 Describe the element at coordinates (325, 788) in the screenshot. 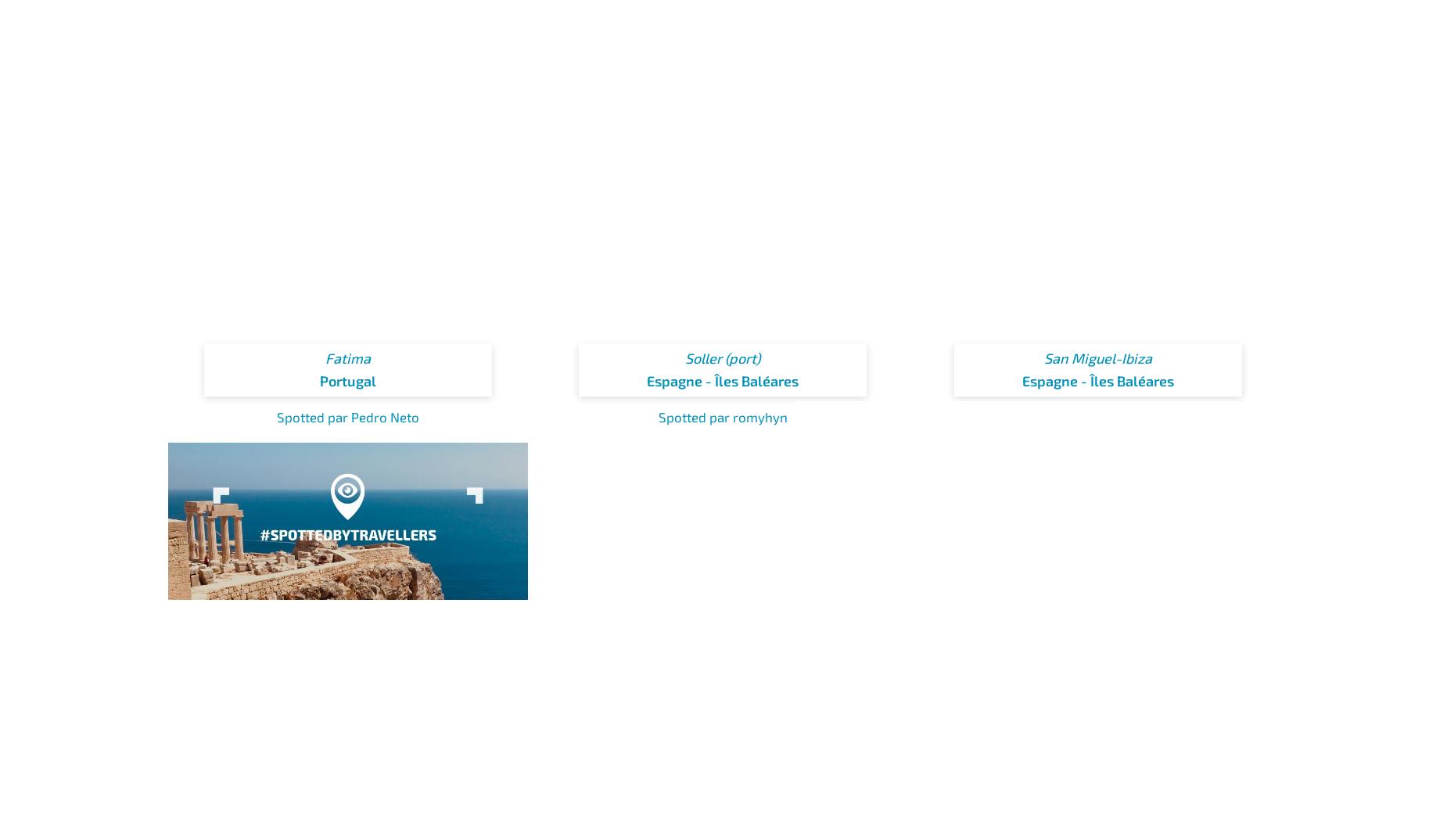

I see `'Lindos'` at that location.